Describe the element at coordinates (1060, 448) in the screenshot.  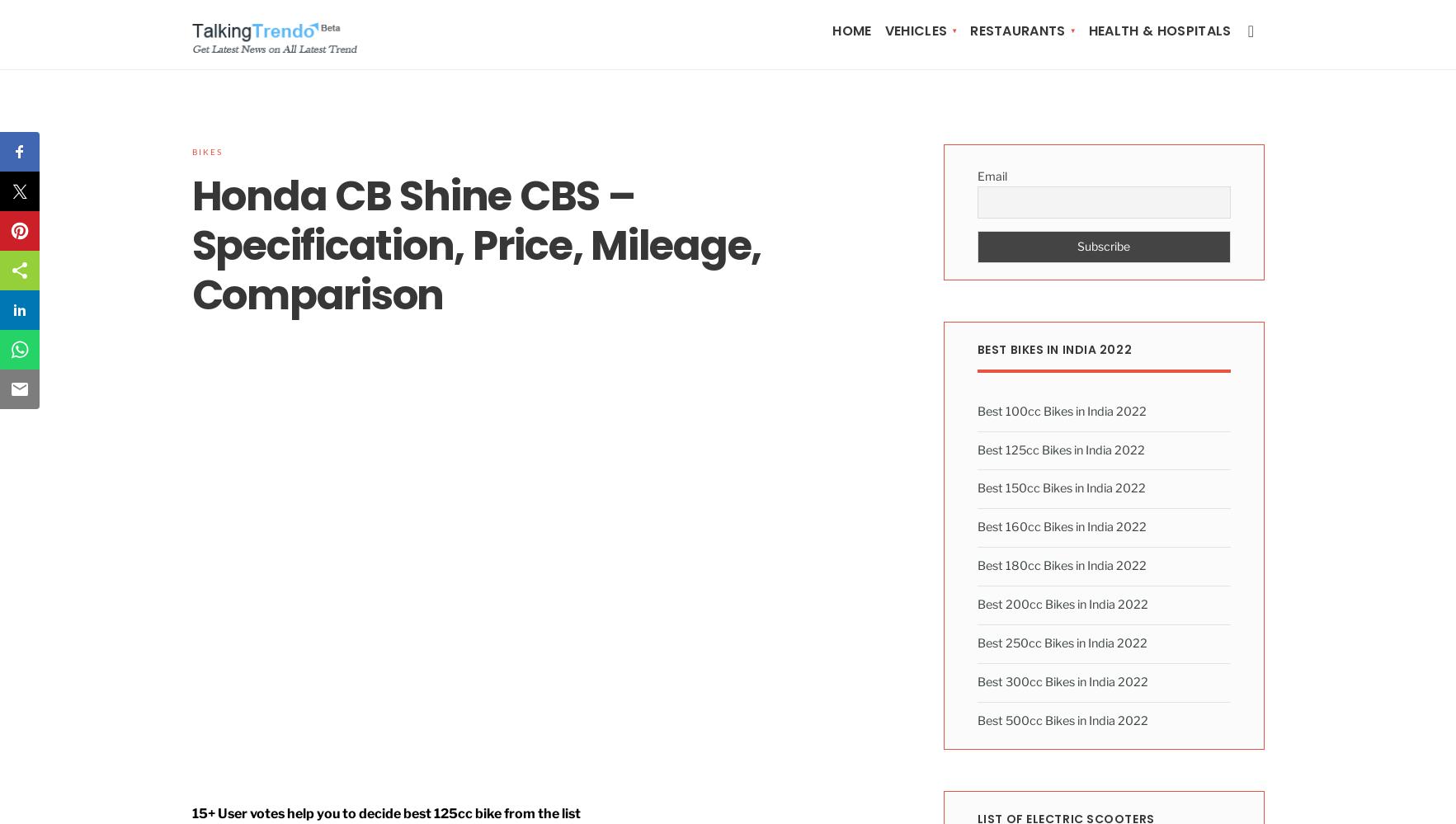
I see `'Best 125cc Bikes in India 2022'` at that location.